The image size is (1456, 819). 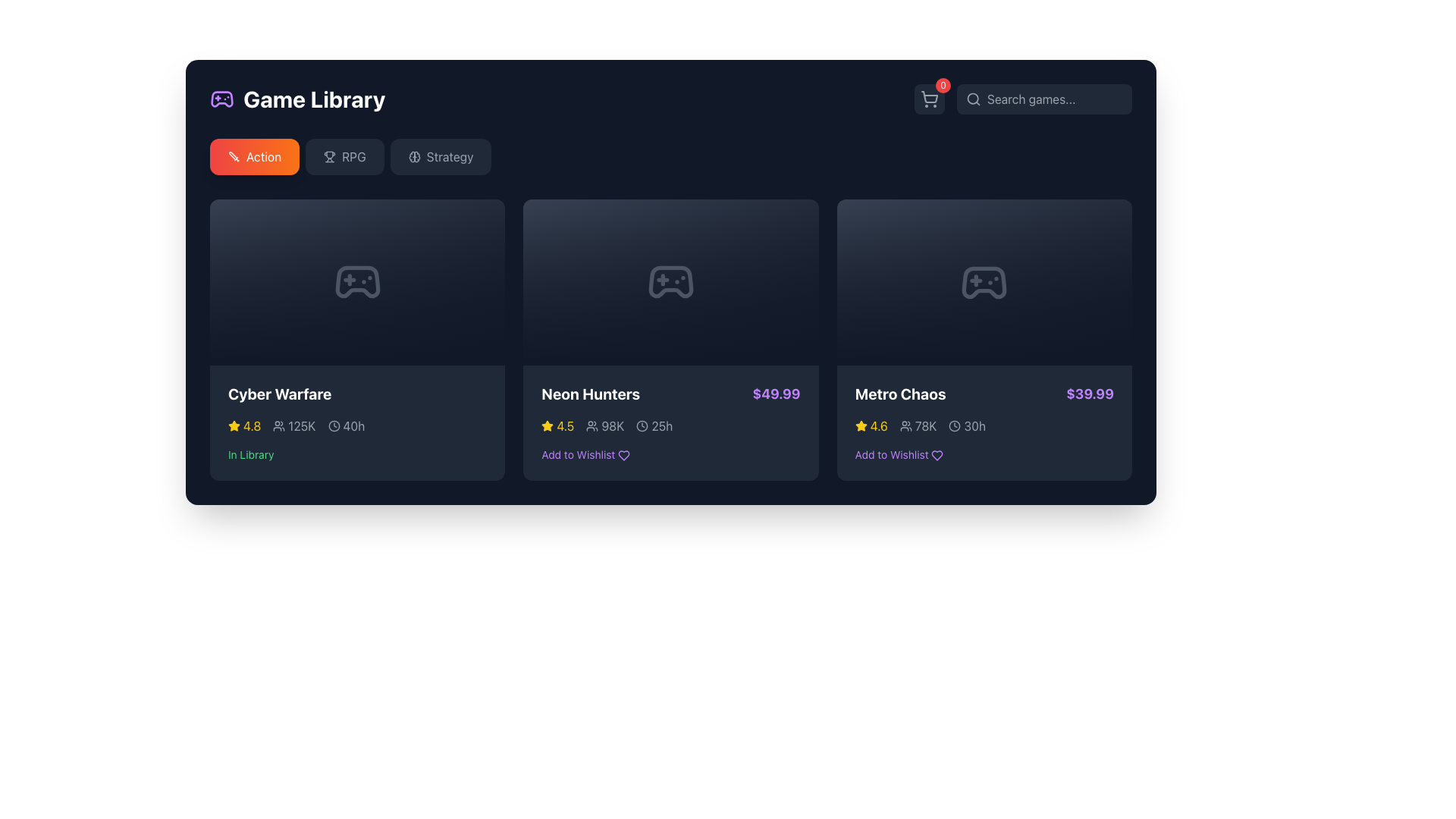 What do you see at coordinates (449, 157) in the screenshot?
I see `the 'Strategy' text label within the button in the navigation bar` at bounding box center [449, 157].